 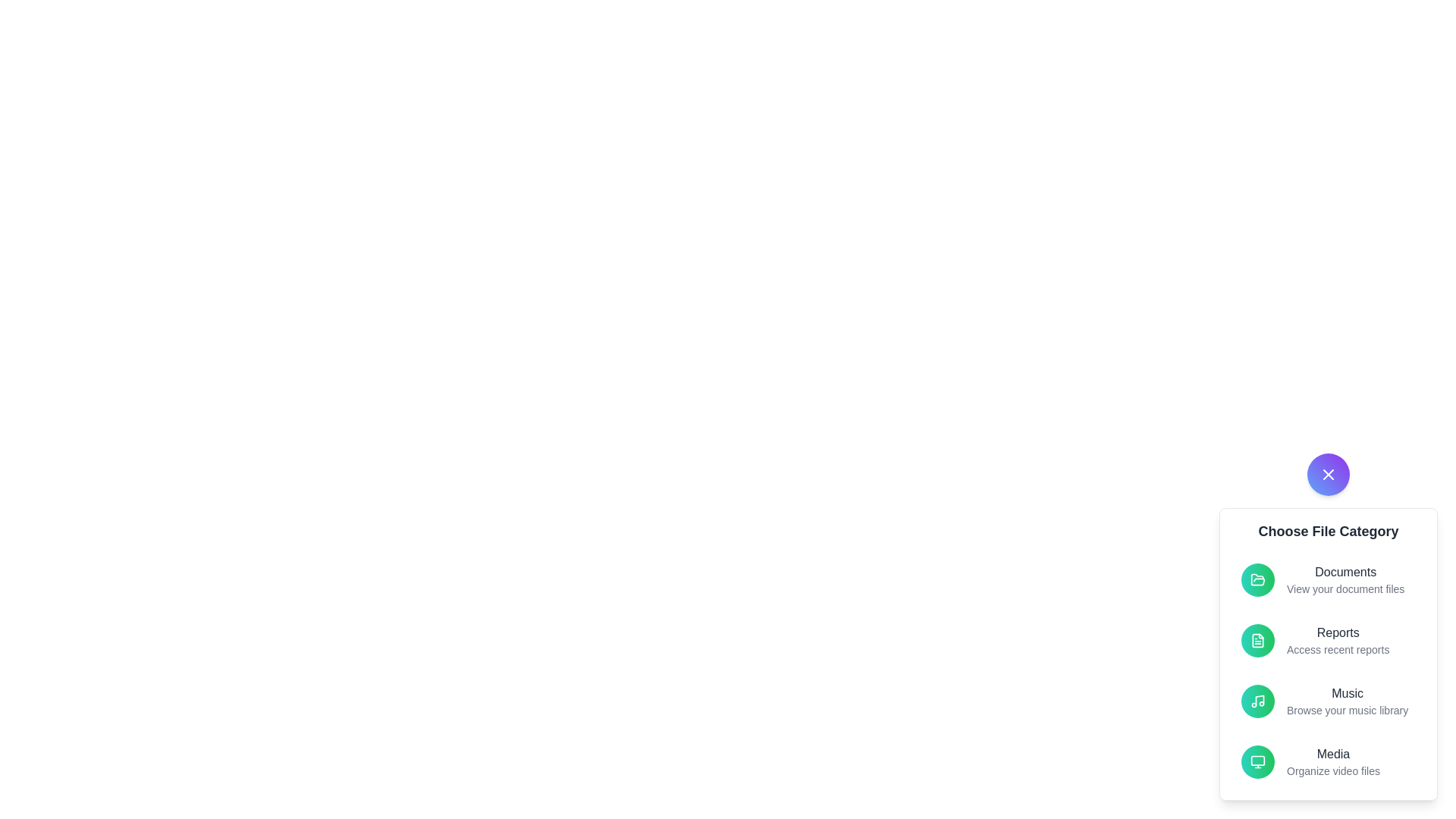 I want to click on the file category Reports by clicking on its respective button, so click(x=1258, y=640).